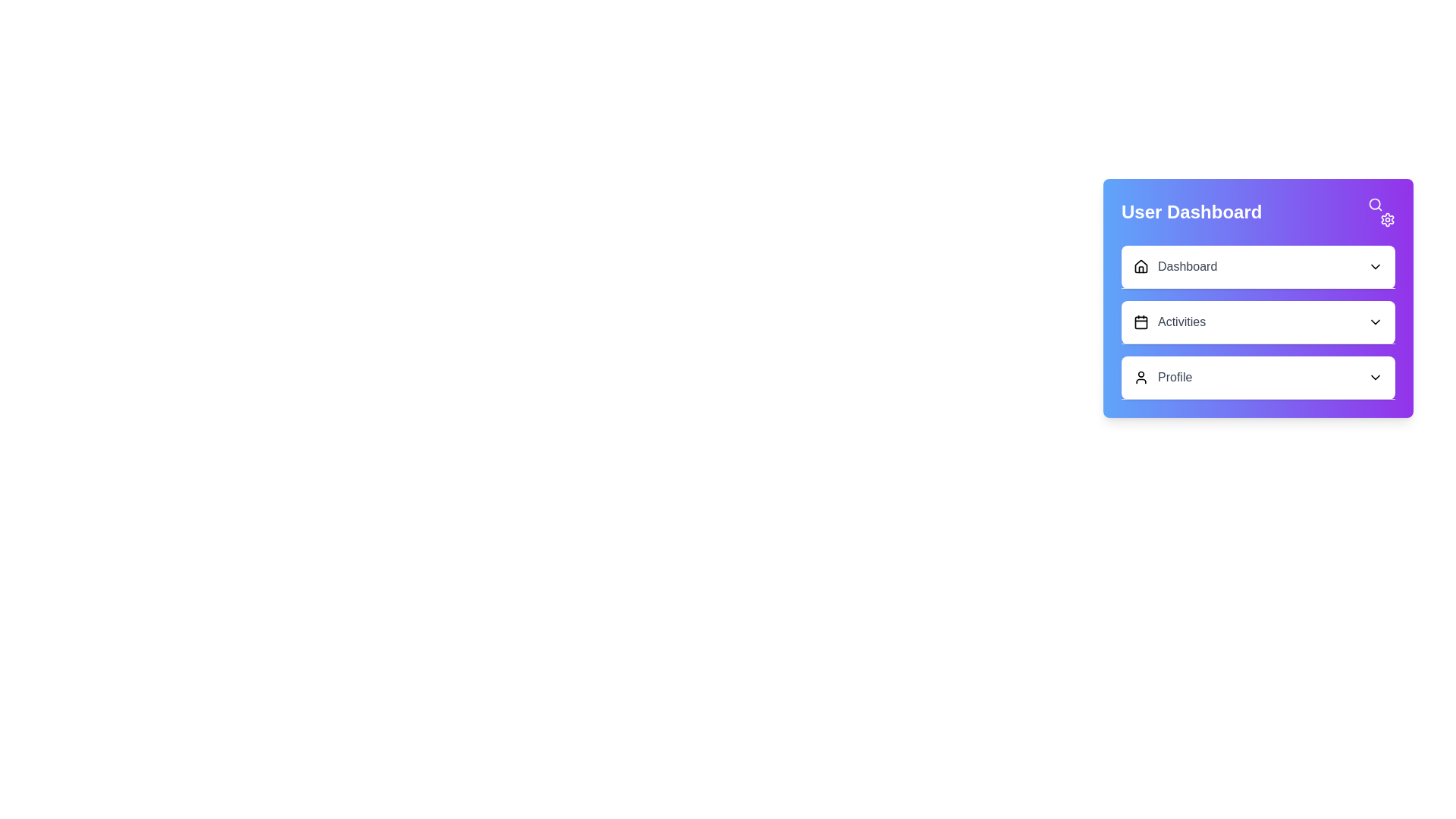 The height and width of the screenshot is (819, 1456). Describe the element at coordinates (1387, 219) in the screenshot. I see `the circular gear-like icon with a white color on a purple background located in the top-right corner of the 'User Dashboard' card` at that location.